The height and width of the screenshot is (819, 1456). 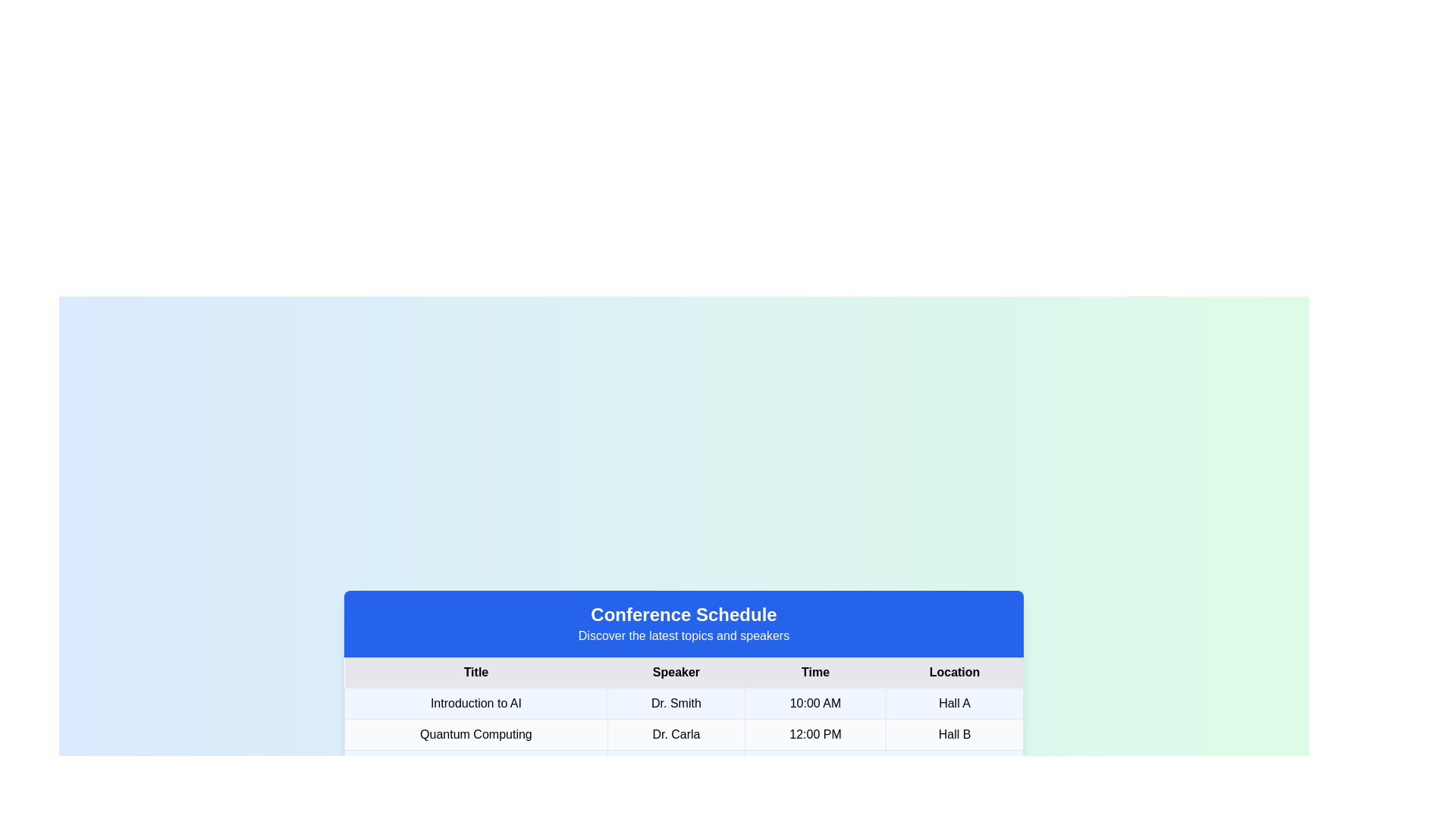 I want to click on text from the second row of the conference schedule table, which contains 'Quantum Computing', 'Dr. Carla', '12:00 PM', and 'Hall B', so click(x=683, y=733).